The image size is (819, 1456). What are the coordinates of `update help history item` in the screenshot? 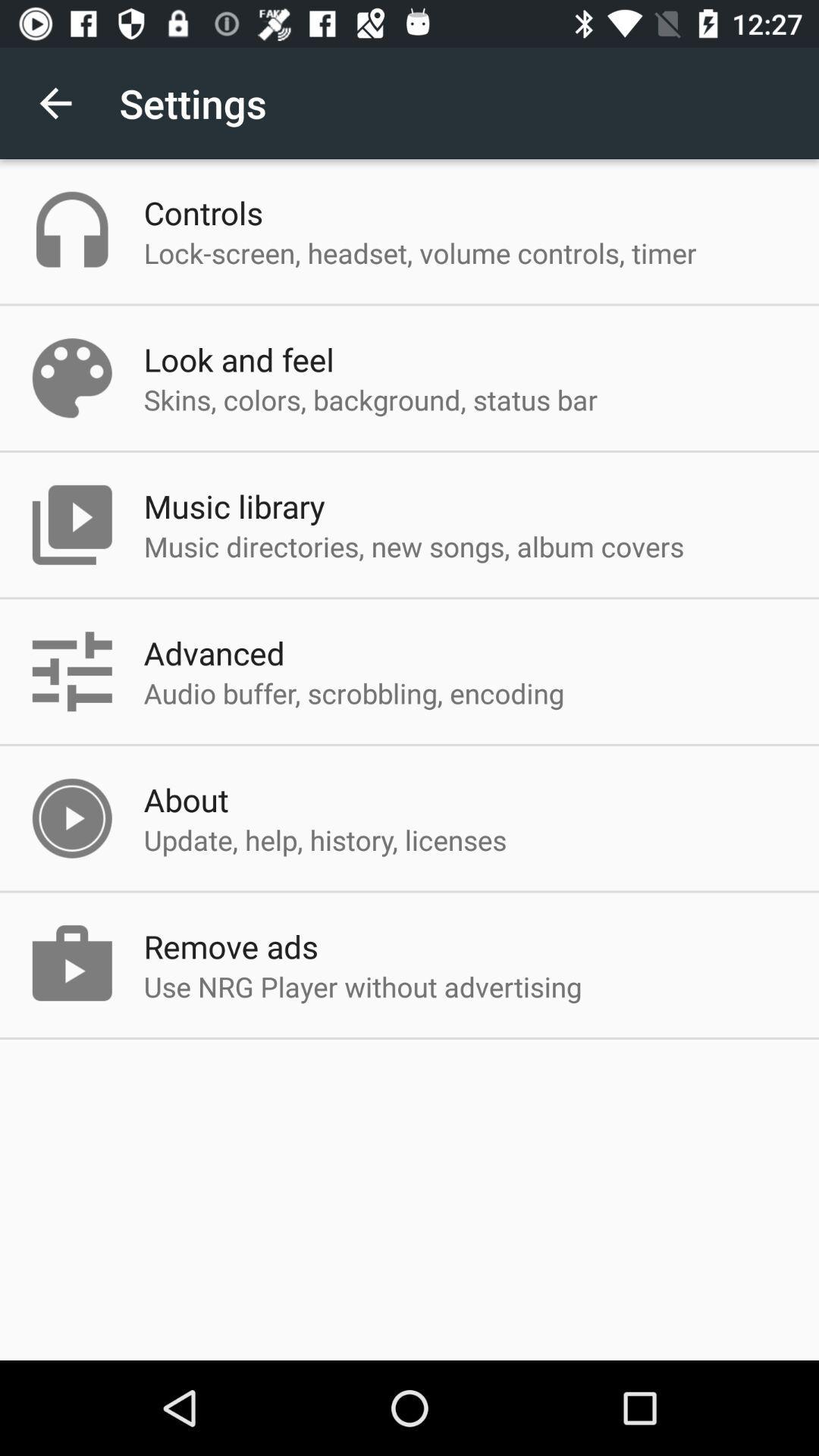 It's located at (324, 839).